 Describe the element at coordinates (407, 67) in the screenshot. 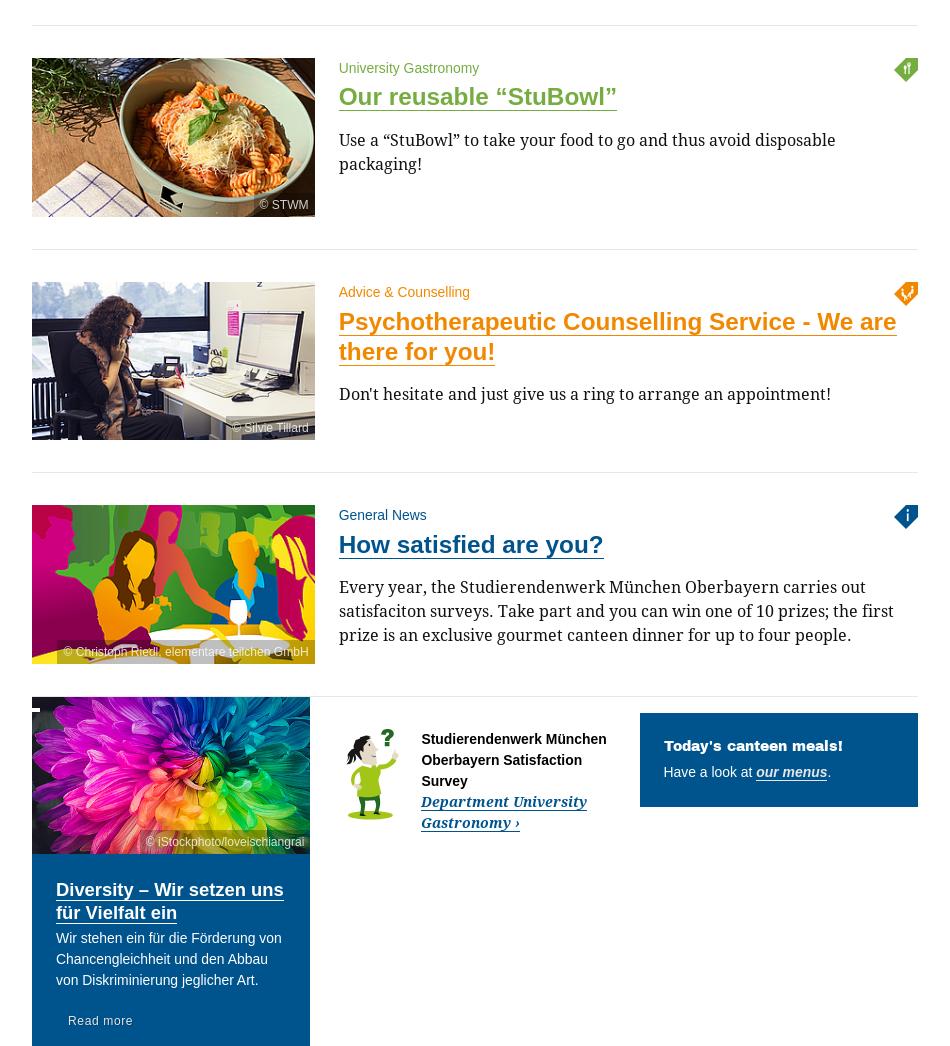

I see `'University Gastronomy'` at that location.